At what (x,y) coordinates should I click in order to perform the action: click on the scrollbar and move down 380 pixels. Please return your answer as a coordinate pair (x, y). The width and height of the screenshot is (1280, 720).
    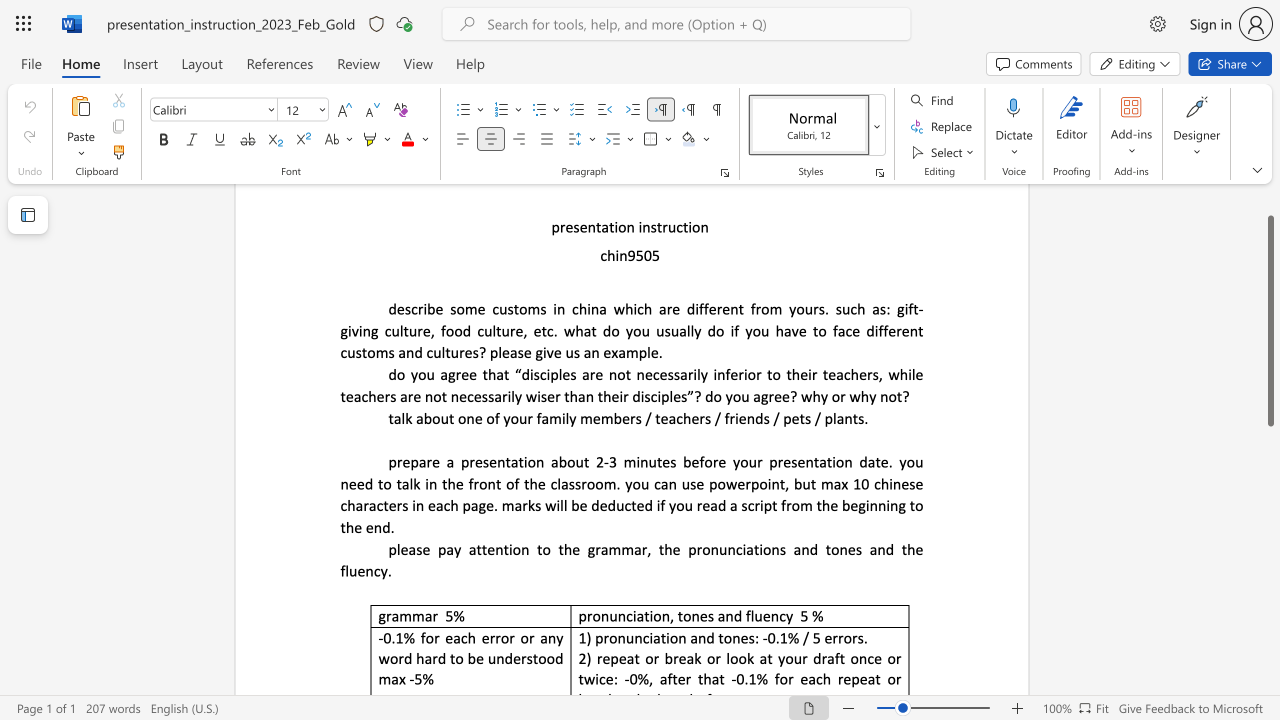
    Looking at the image, I should click on (1269, 320).